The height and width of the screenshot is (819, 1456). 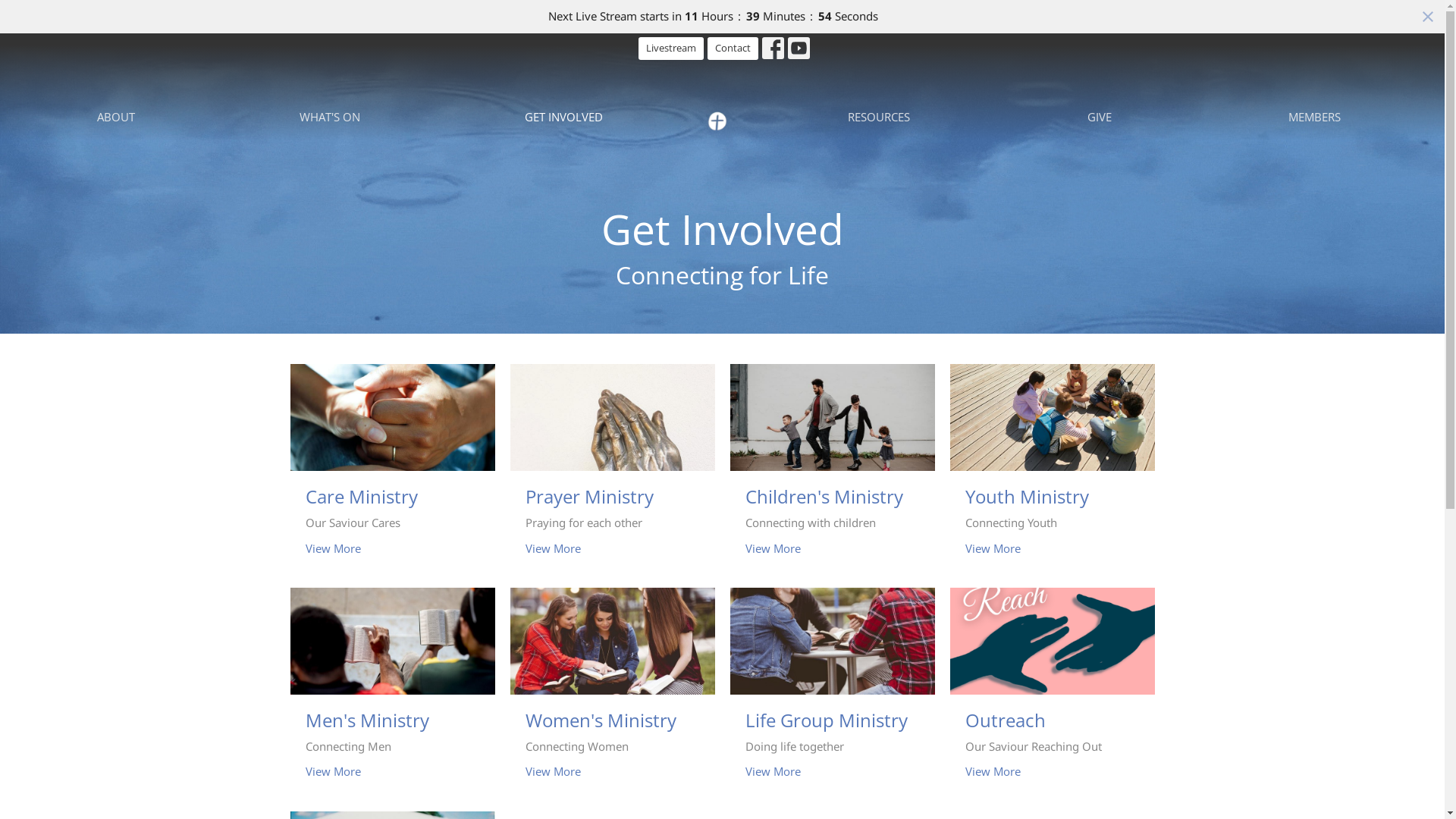 What do you see at coordinates (115, 116) in the screenshot?
I see `'ABOUT'` at bounding box center [115, 116].